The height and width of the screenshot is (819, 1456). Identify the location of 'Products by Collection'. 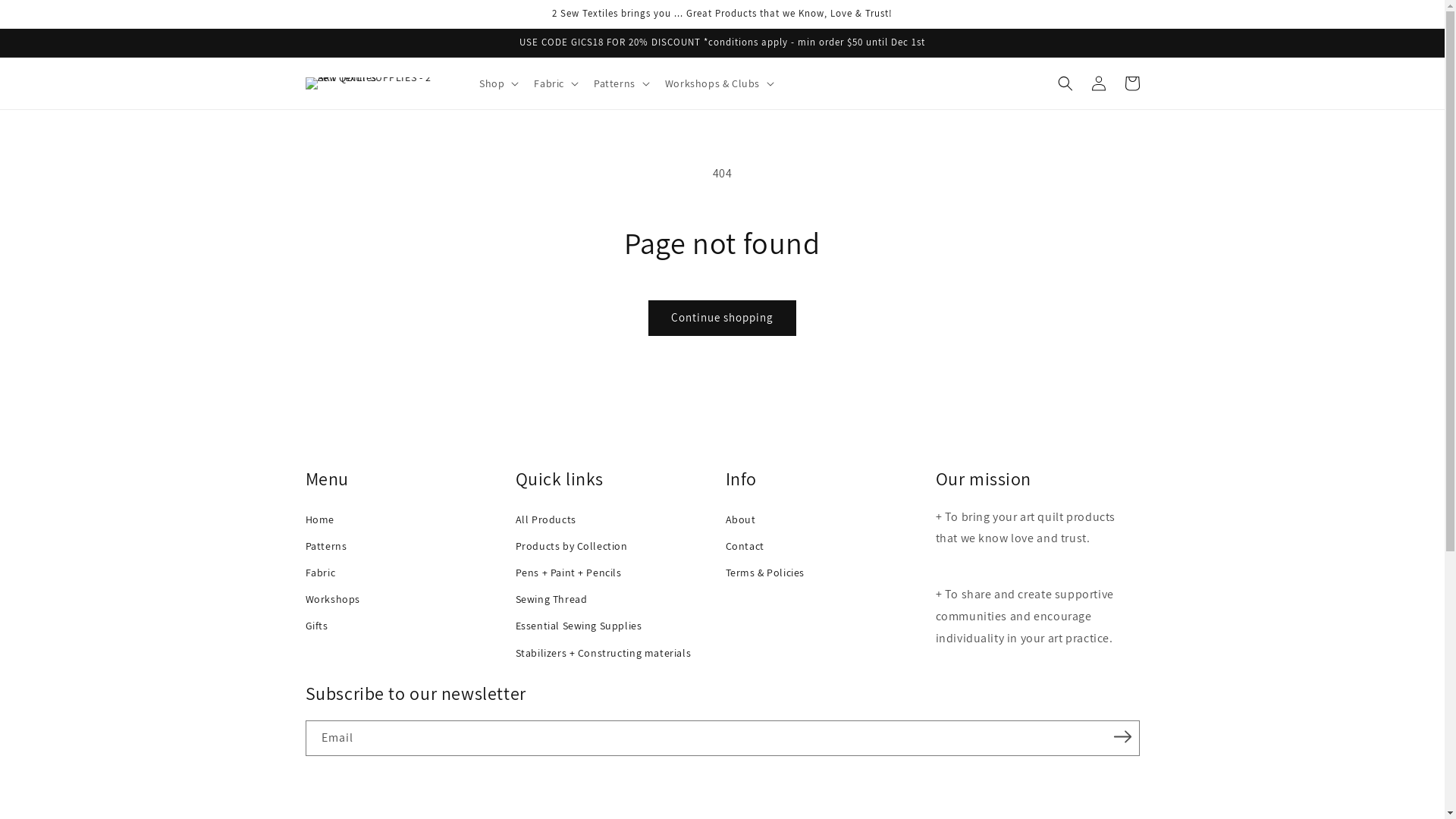
(617, 546).